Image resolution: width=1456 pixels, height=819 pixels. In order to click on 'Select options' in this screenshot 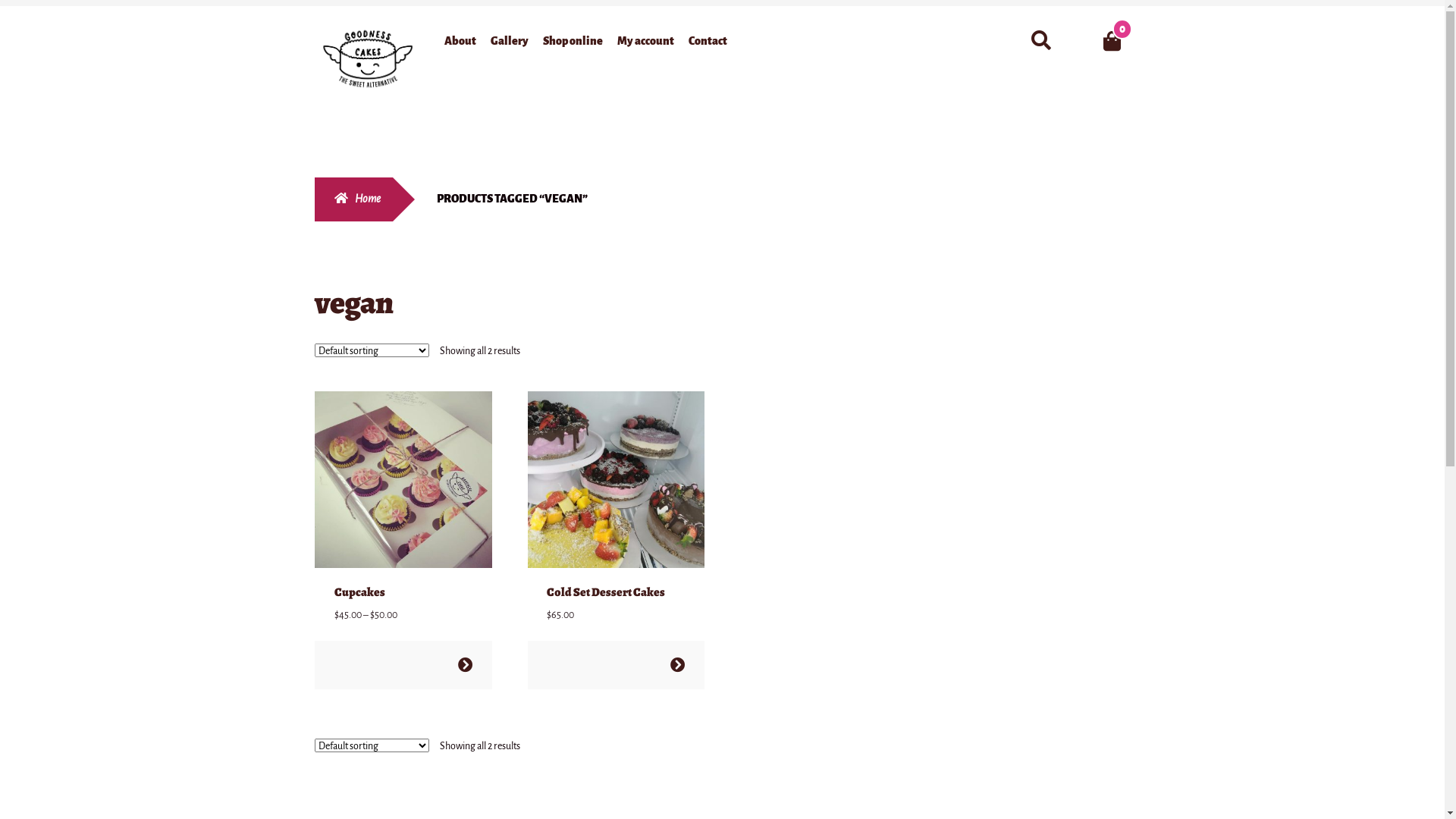, I will do `click(464, 664)`.